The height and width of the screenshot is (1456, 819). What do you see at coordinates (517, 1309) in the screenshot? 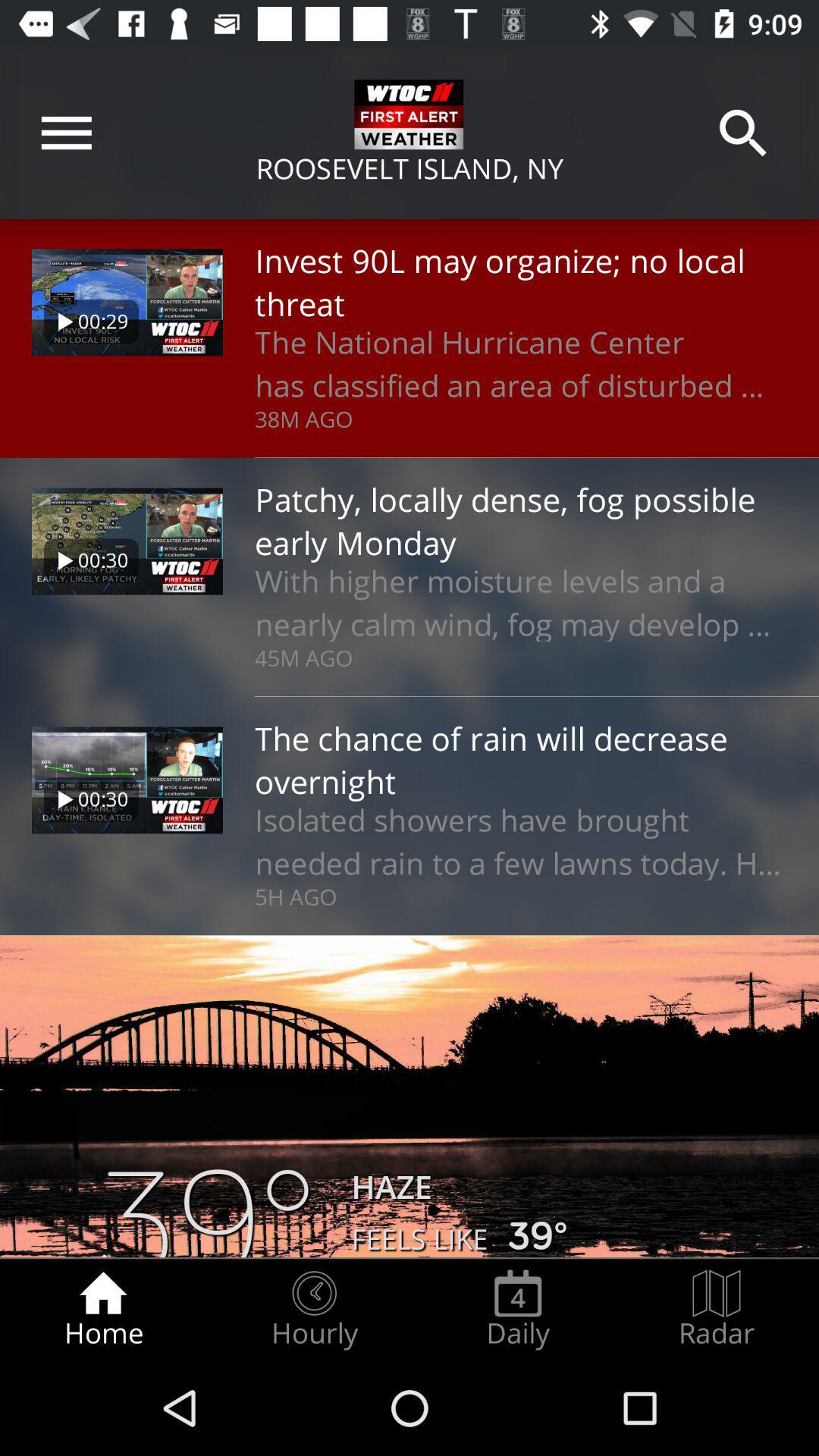
I see `the radio button to the left of the radar radio button` at bounding box center [517, 1309].